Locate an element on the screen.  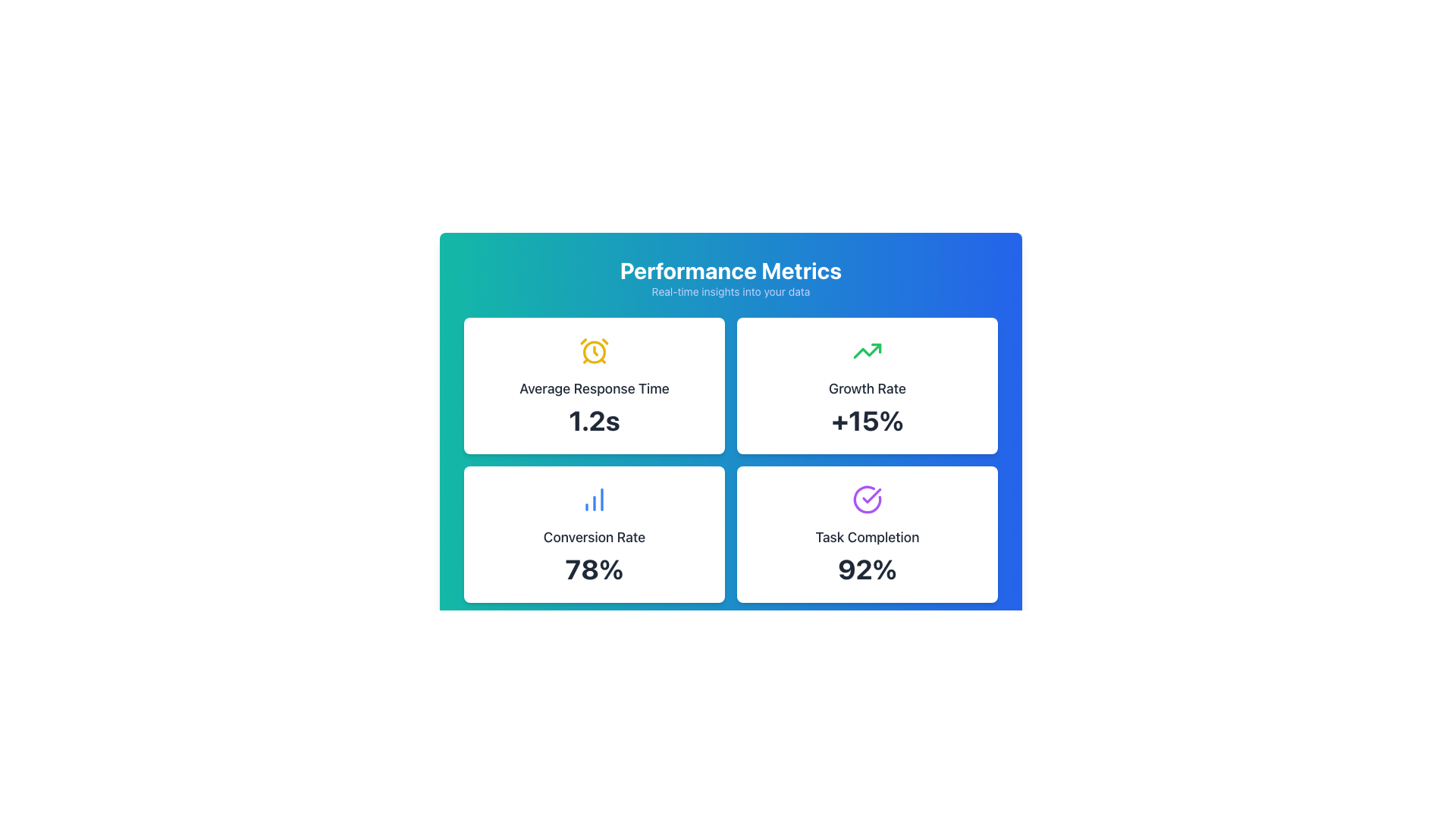
the bold, large-sized text displaying '78%' in black, which is centrally located in the bottom-left card labeled 'Conversion Rate' is located at coordinates (593, 570).